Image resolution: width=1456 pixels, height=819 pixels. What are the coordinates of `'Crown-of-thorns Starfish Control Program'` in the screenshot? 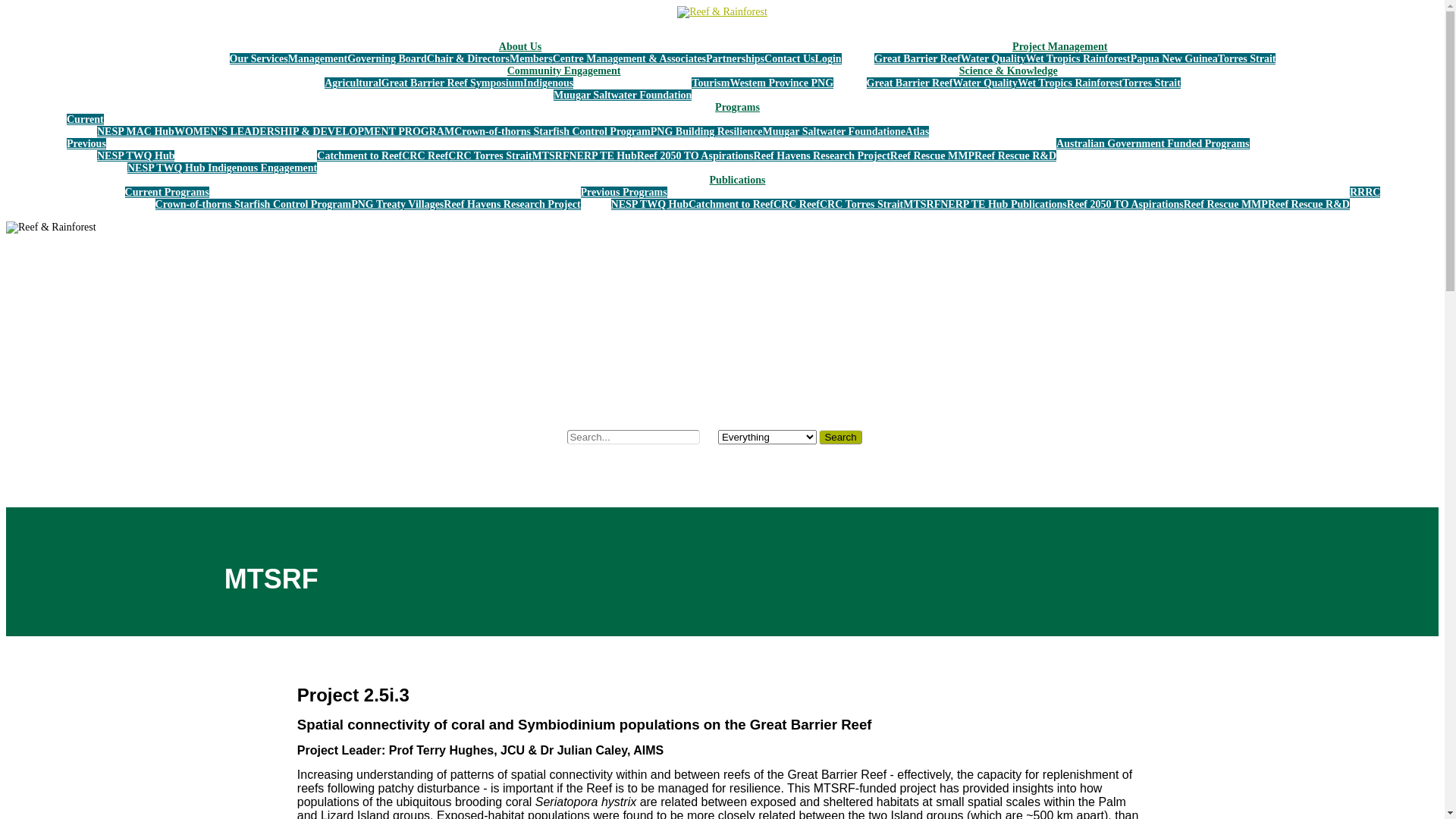 It's located at (551, 130).